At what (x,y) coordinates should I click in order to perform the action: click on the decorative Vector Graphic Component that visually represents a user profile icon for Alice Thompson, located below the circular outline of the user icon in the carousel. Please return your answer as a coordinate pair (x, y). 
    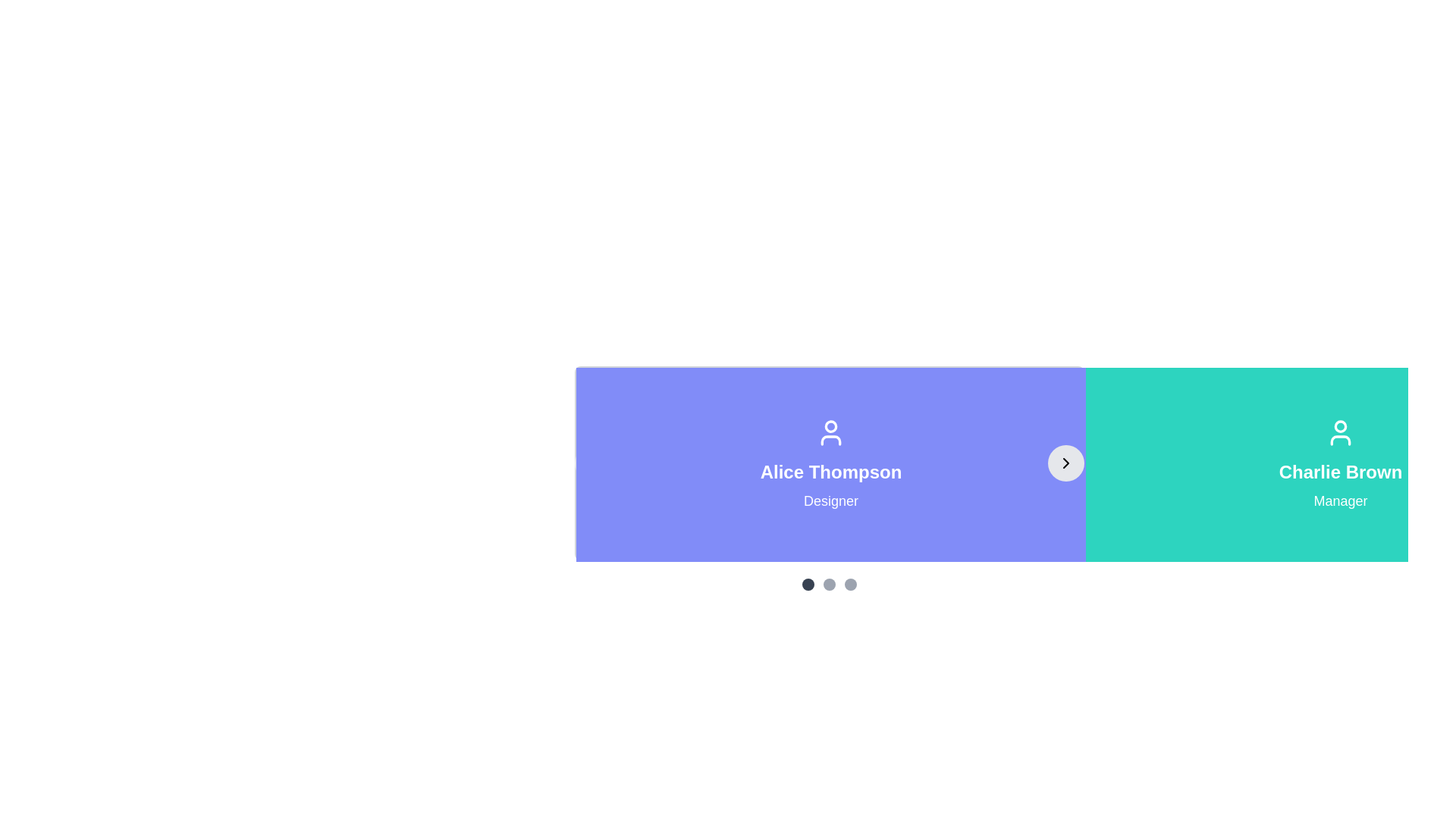
    Looking at the image, I should click on (830, 441).